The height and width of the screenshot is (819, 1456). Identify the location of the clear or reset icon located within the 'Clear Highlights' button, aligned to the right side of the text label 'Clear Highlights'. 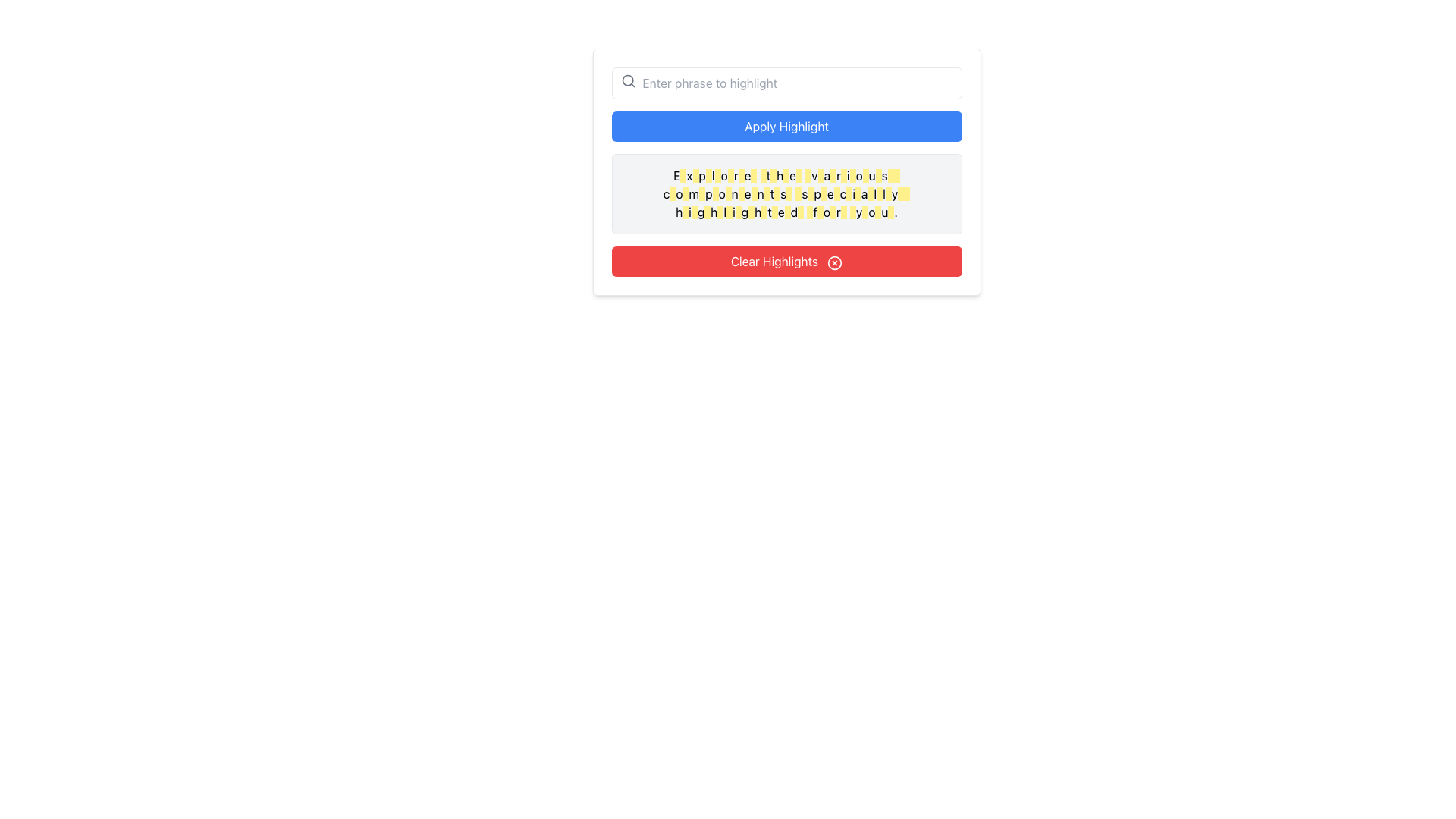
(834, 262).